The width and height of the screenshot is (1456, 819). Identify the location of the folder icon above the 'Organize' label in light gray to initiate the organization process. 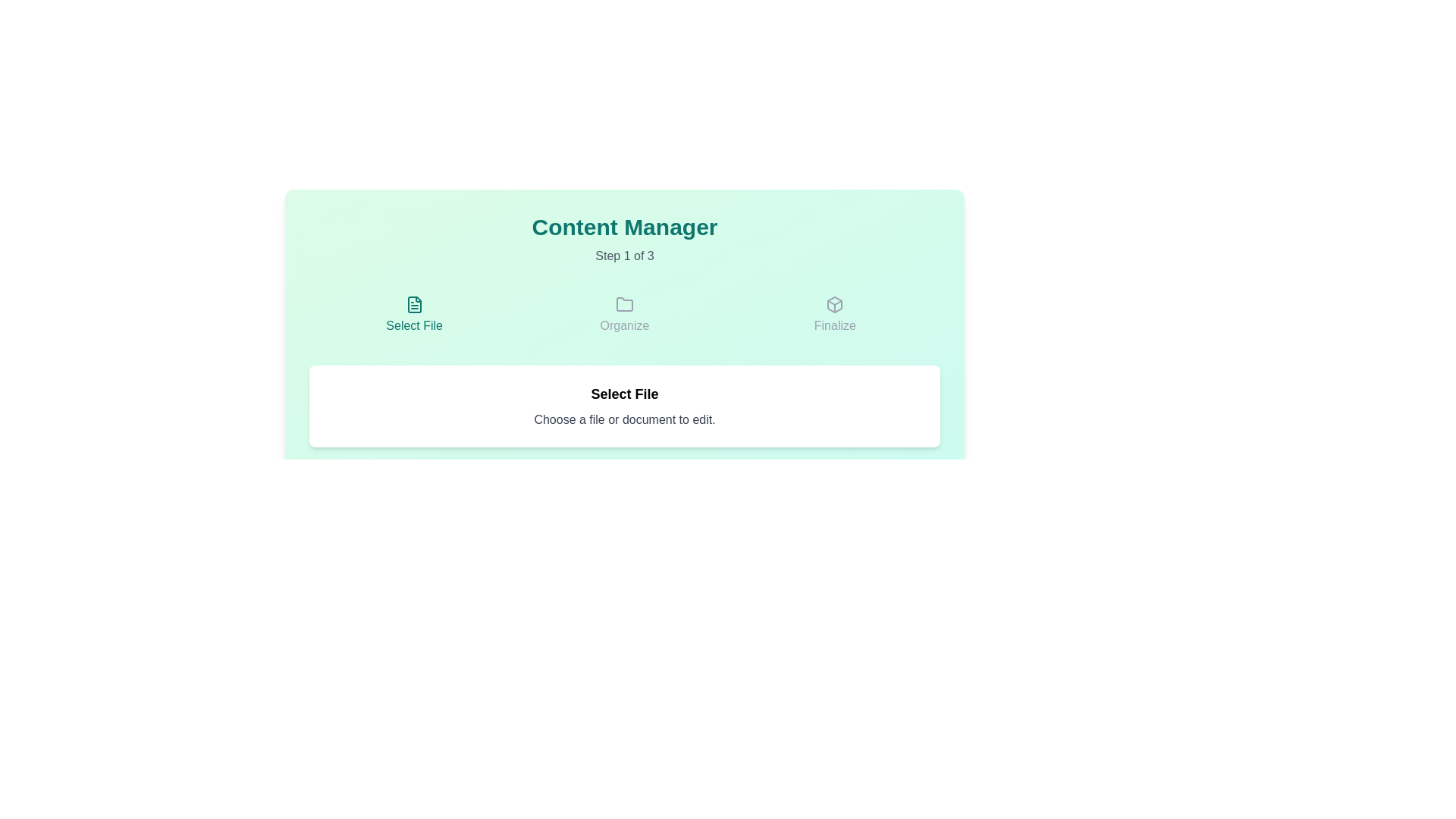
(625, 315).